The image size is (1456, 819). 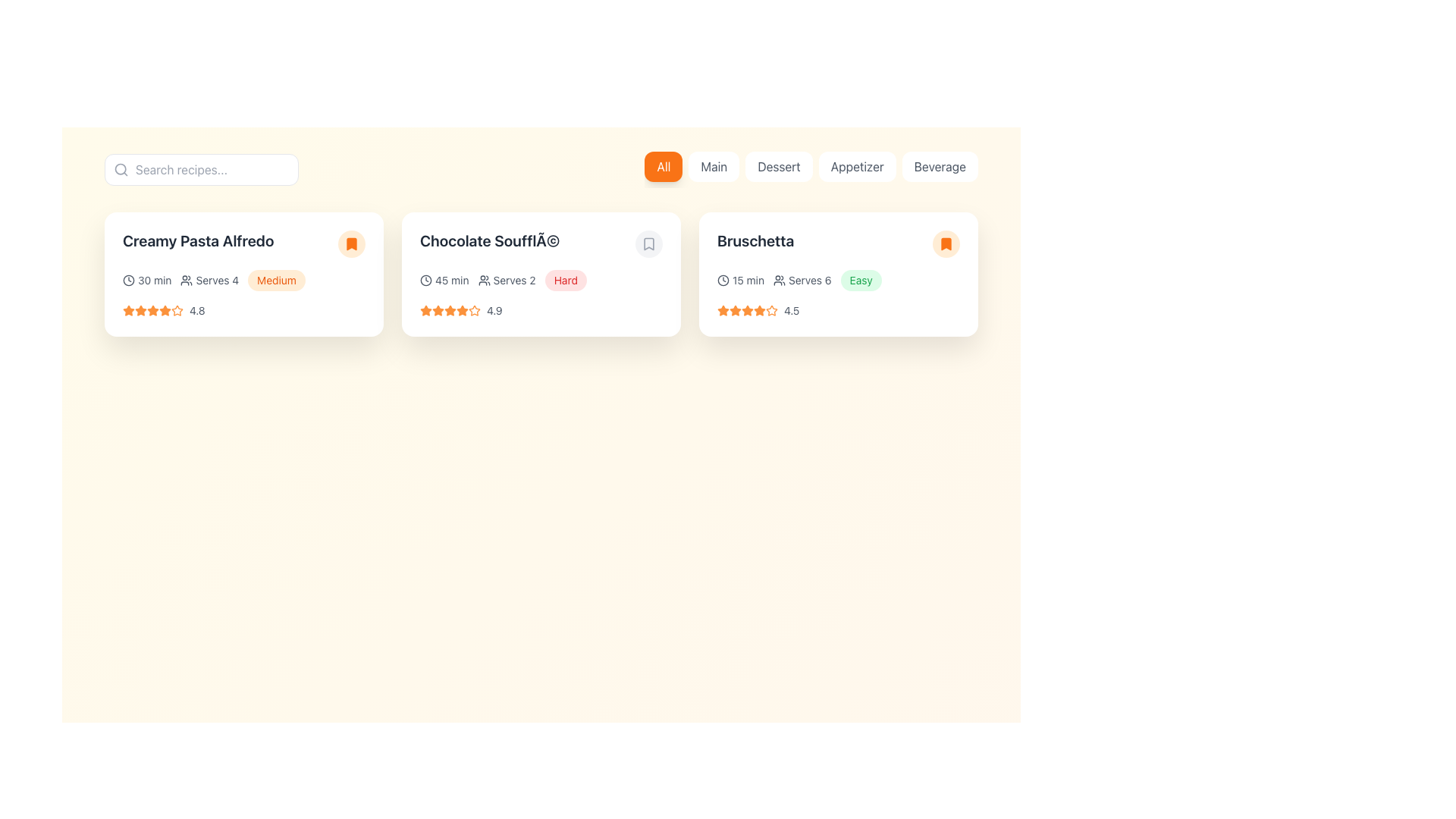 I want to click on the last star icon in the rating system below the 'Creamy Pasta Alfredo' card, so click(x=152, y=309).